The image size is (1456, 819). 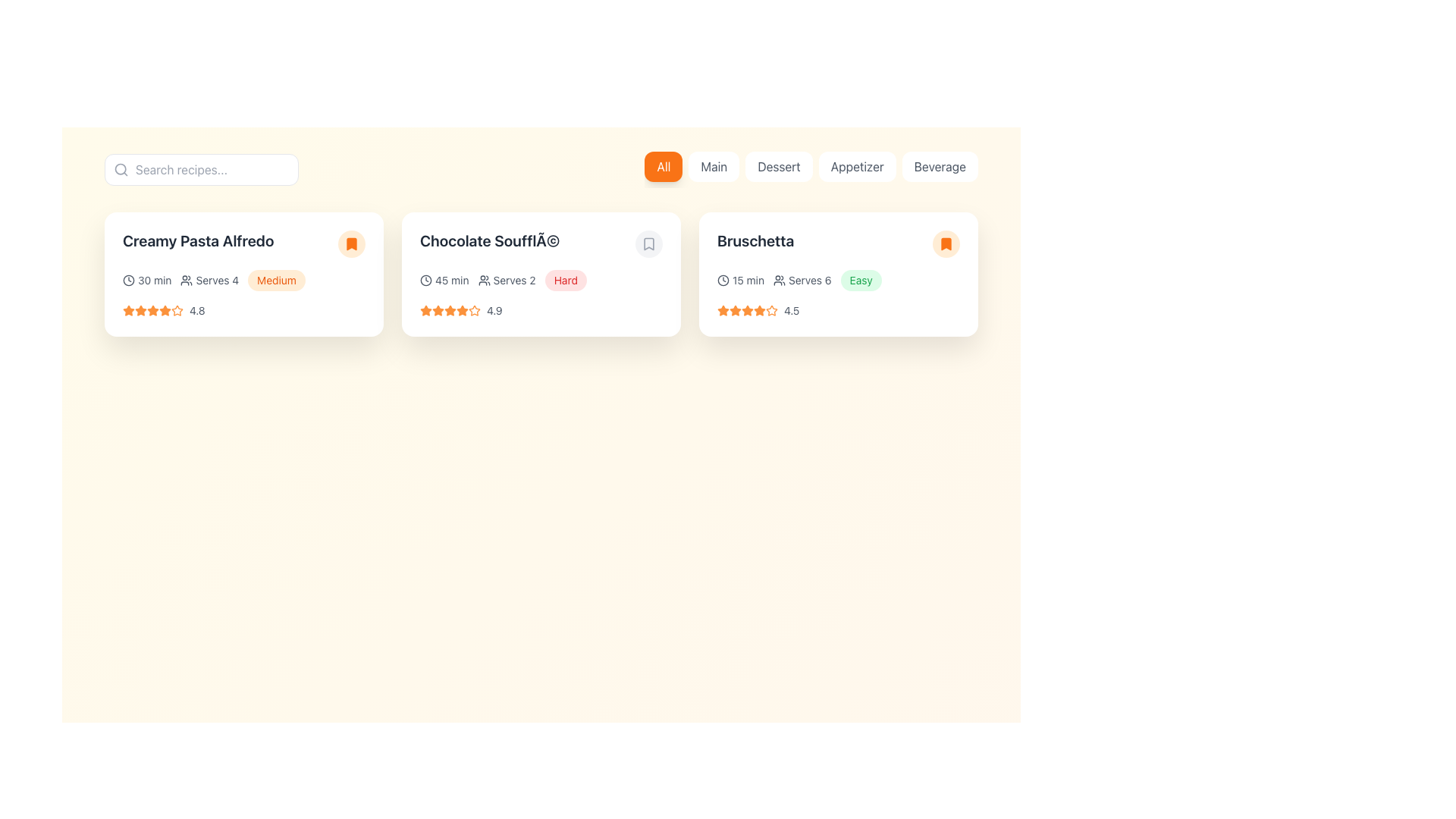 I want to click on the last star icon in the rating system below the 'Creamy Pasta Alfredo' card, so click(x=152, y=309).